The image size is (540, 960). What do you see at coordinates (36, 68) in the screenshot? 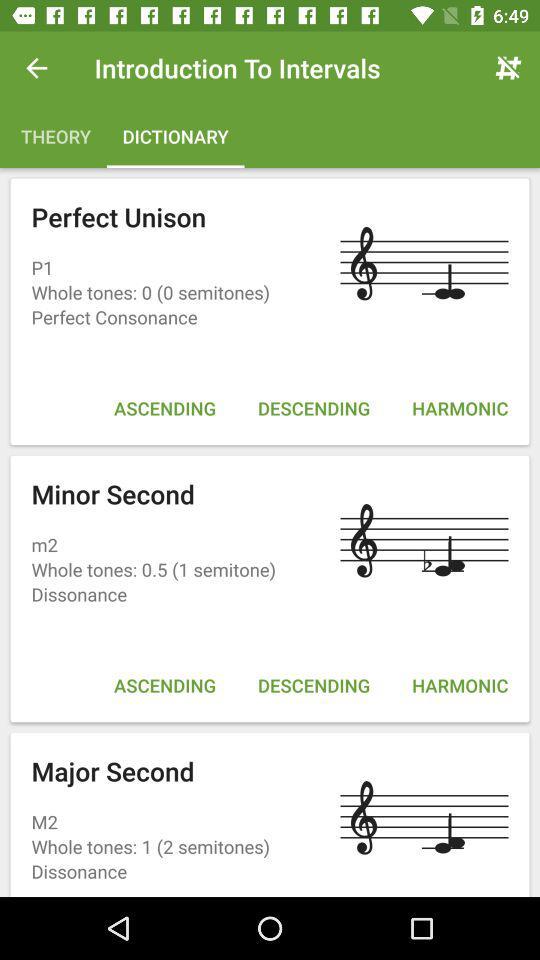
I see `the item above theory item` at bounding box center [36, 68].